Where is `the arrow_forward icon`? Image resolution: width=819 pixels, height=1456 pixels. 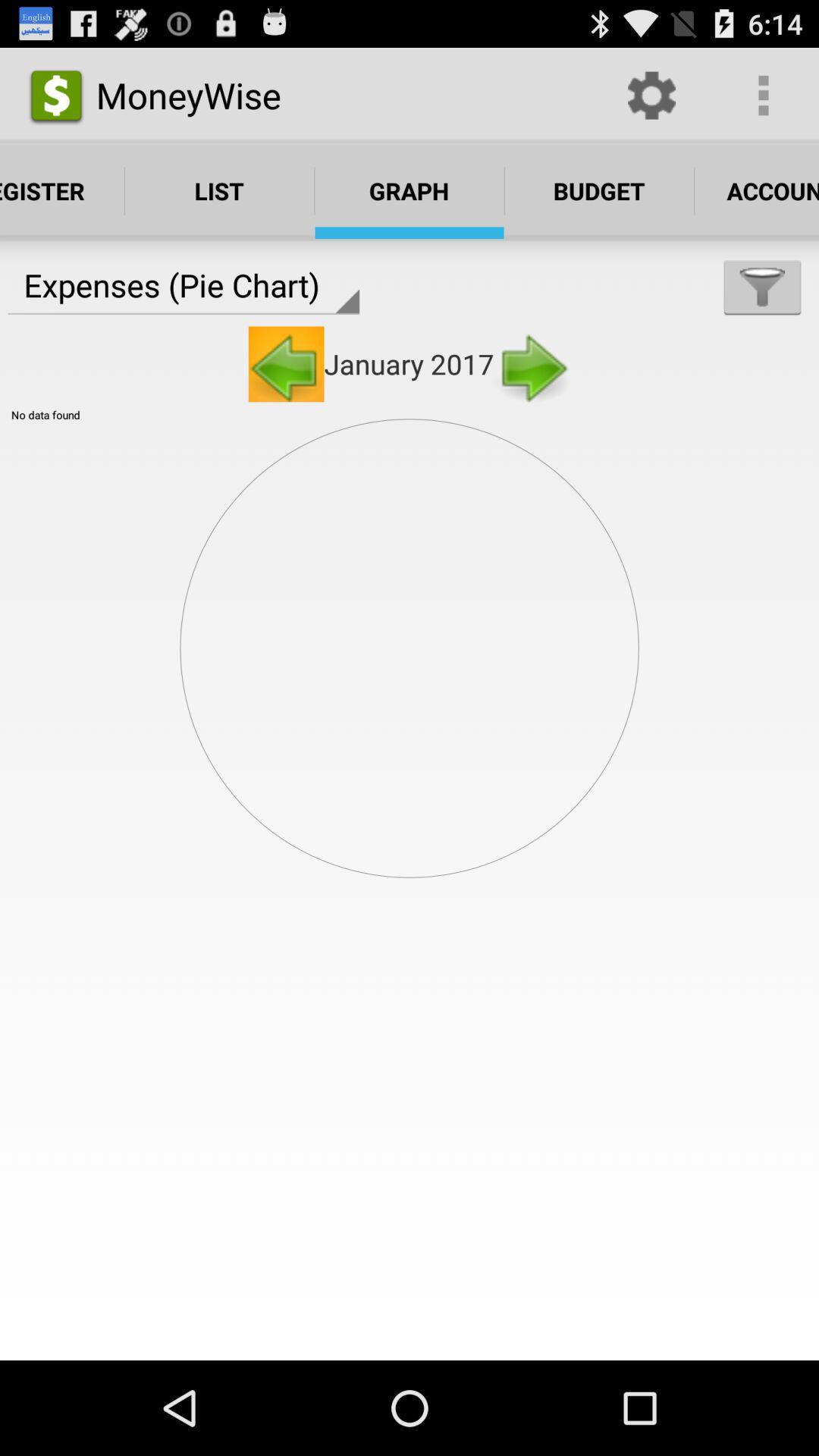
the arrow_forward icon is located at coordinates (531, 390).